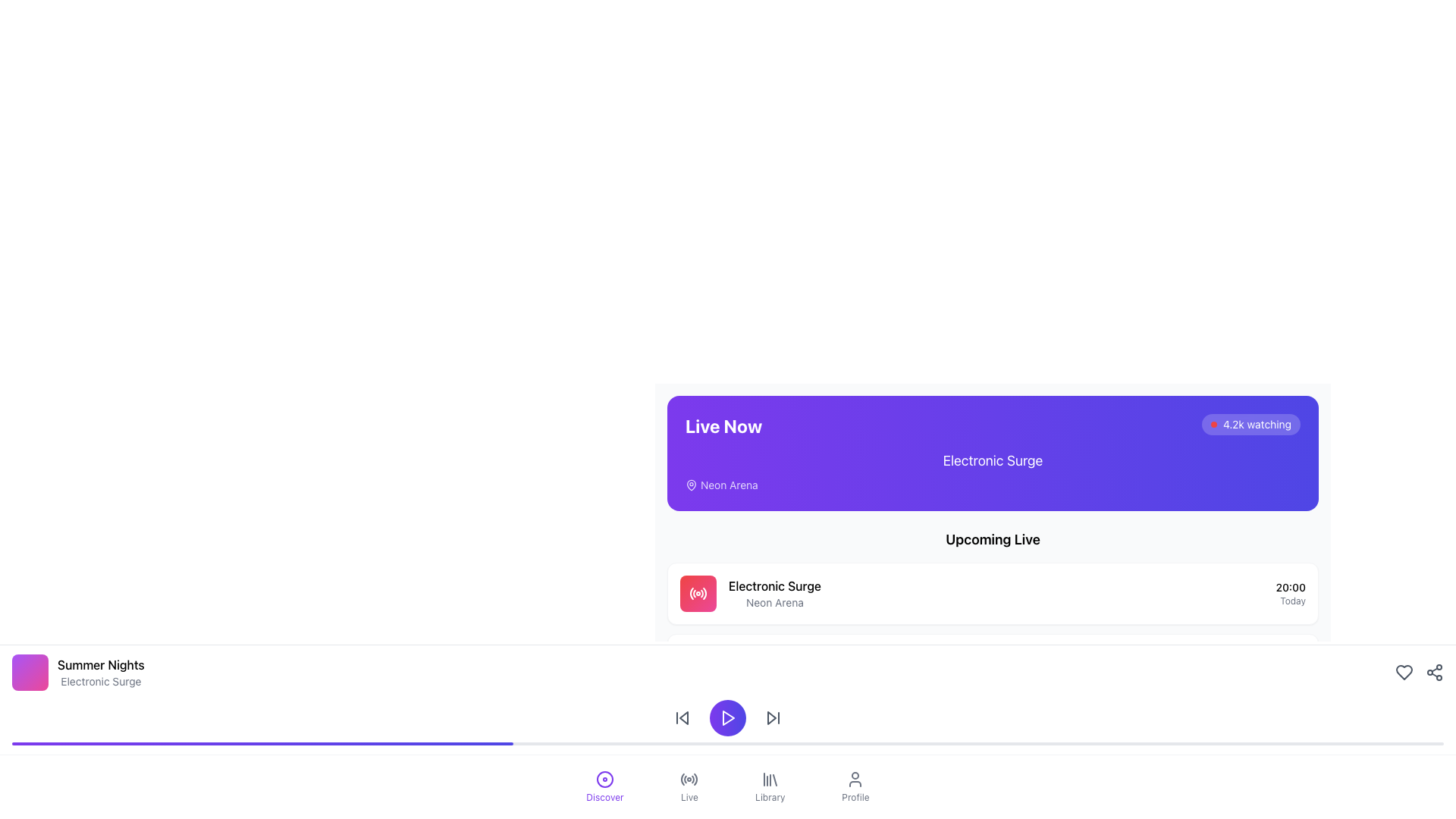 This screenshot has width=1456, height=819. What do you see at coordinates (723, 426) in the screenshot?
I see `the 'Live Now' text label, which is prominently displayed in bold, large font at the top-left of a purple rectangular section` at bounding box center [723, 426].